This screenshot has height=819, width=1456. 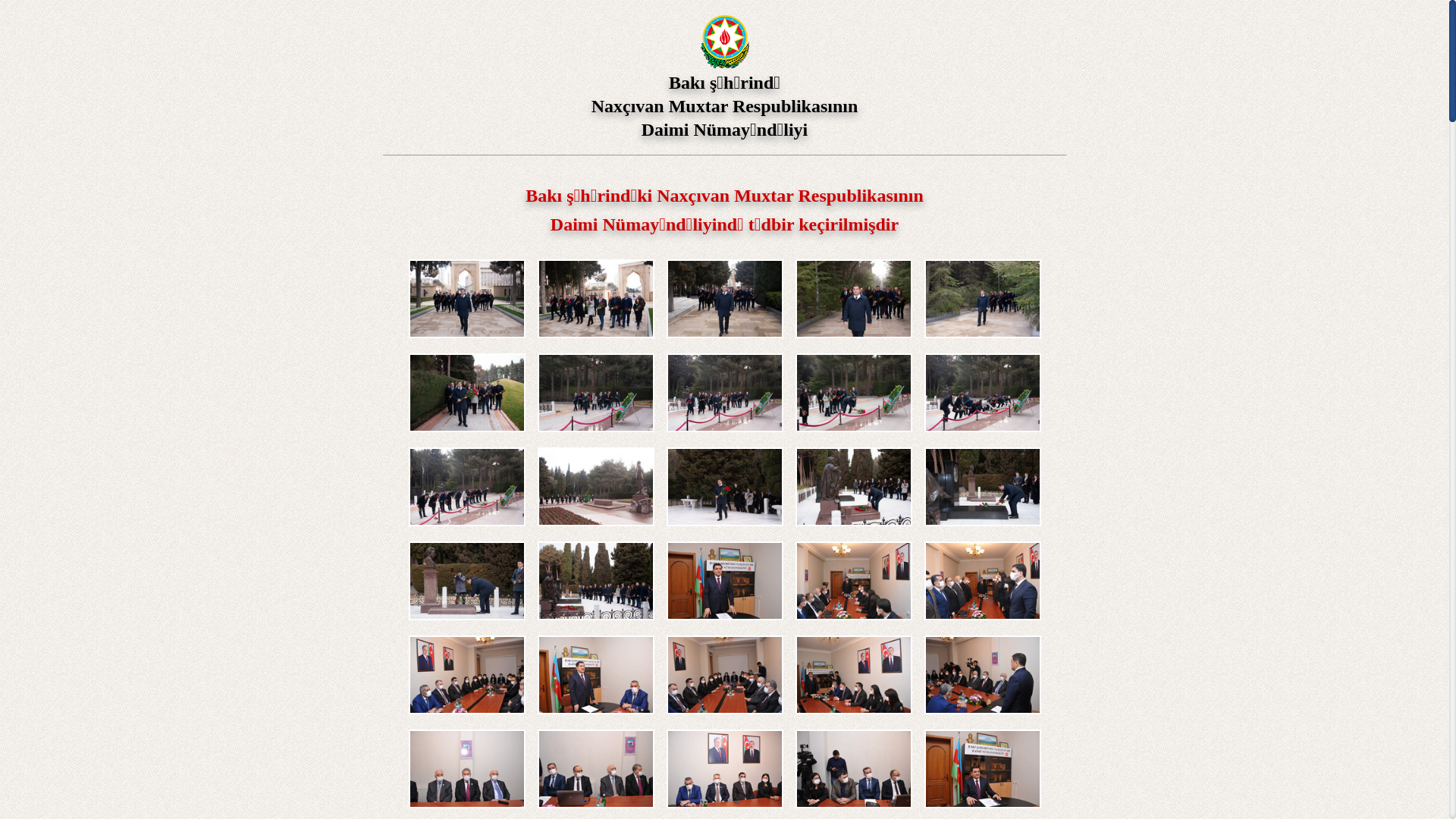 I want to click on 'Click to enlarge', so click(x=666, y=674).